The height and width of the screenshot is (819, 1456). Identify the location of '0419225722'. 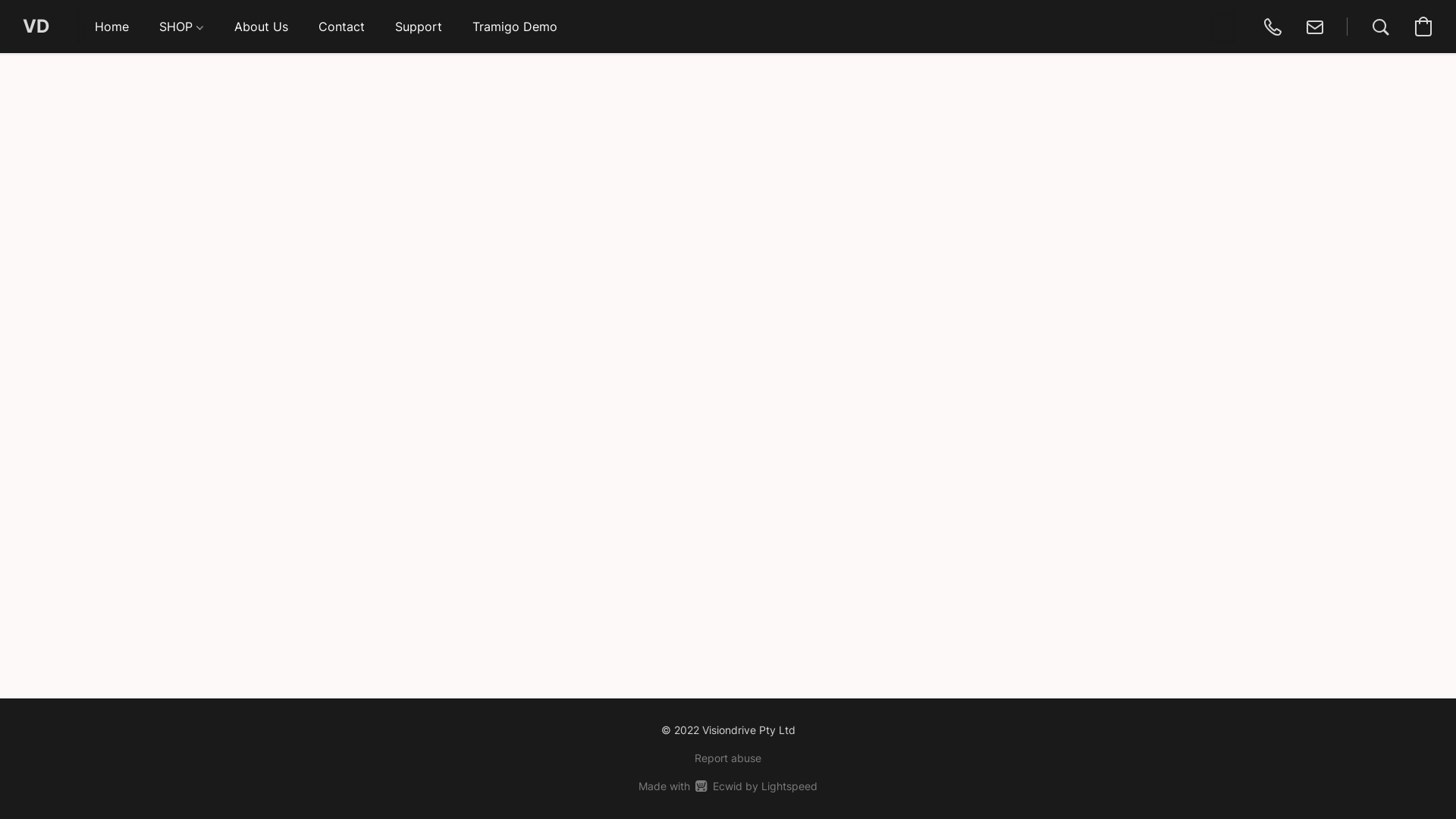
(1272, 26).